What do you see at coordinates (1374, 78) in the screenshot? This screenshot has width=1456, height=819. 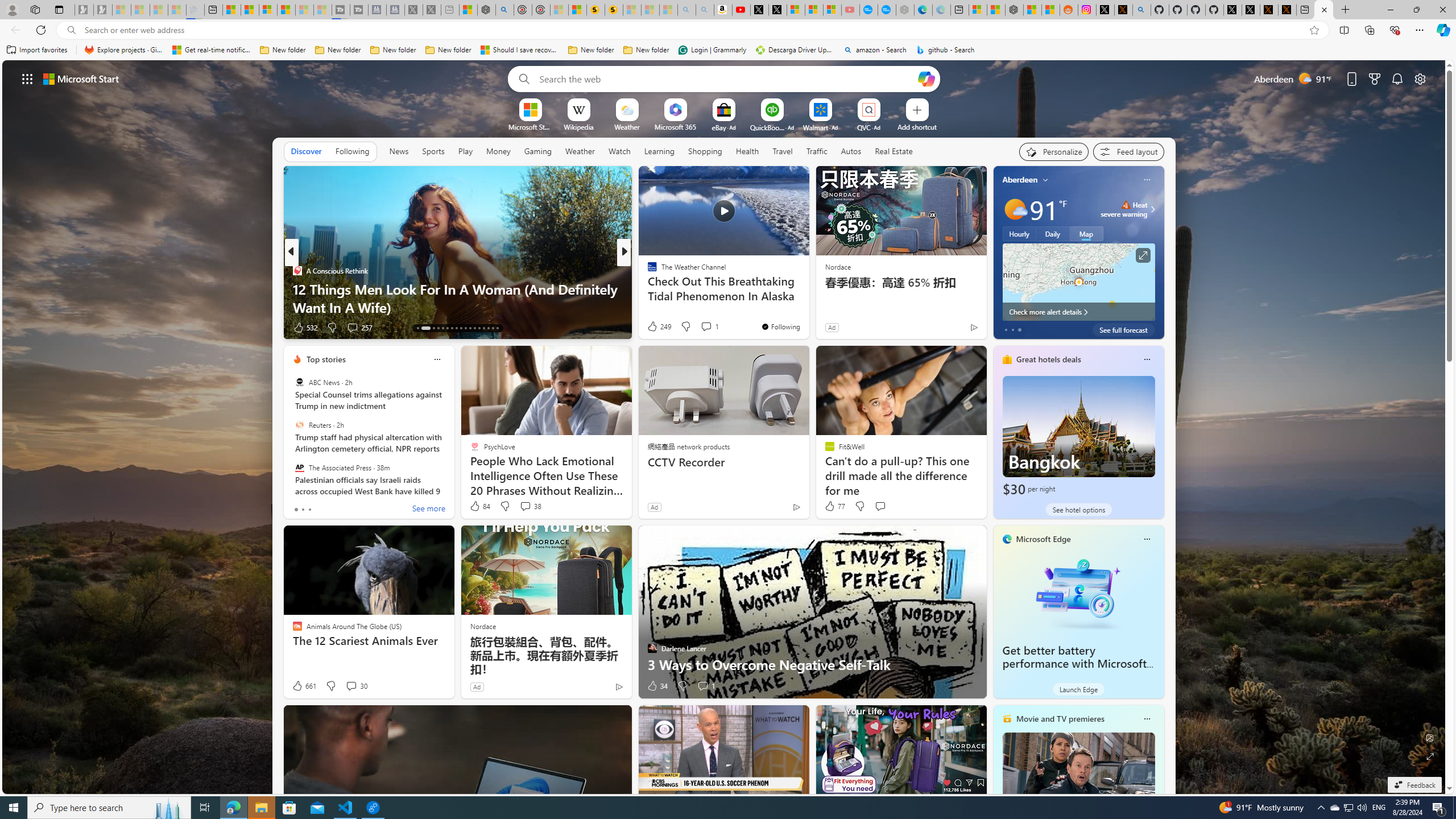 I see `'Microsoft rewards'` at bounding box center [1374, 78].